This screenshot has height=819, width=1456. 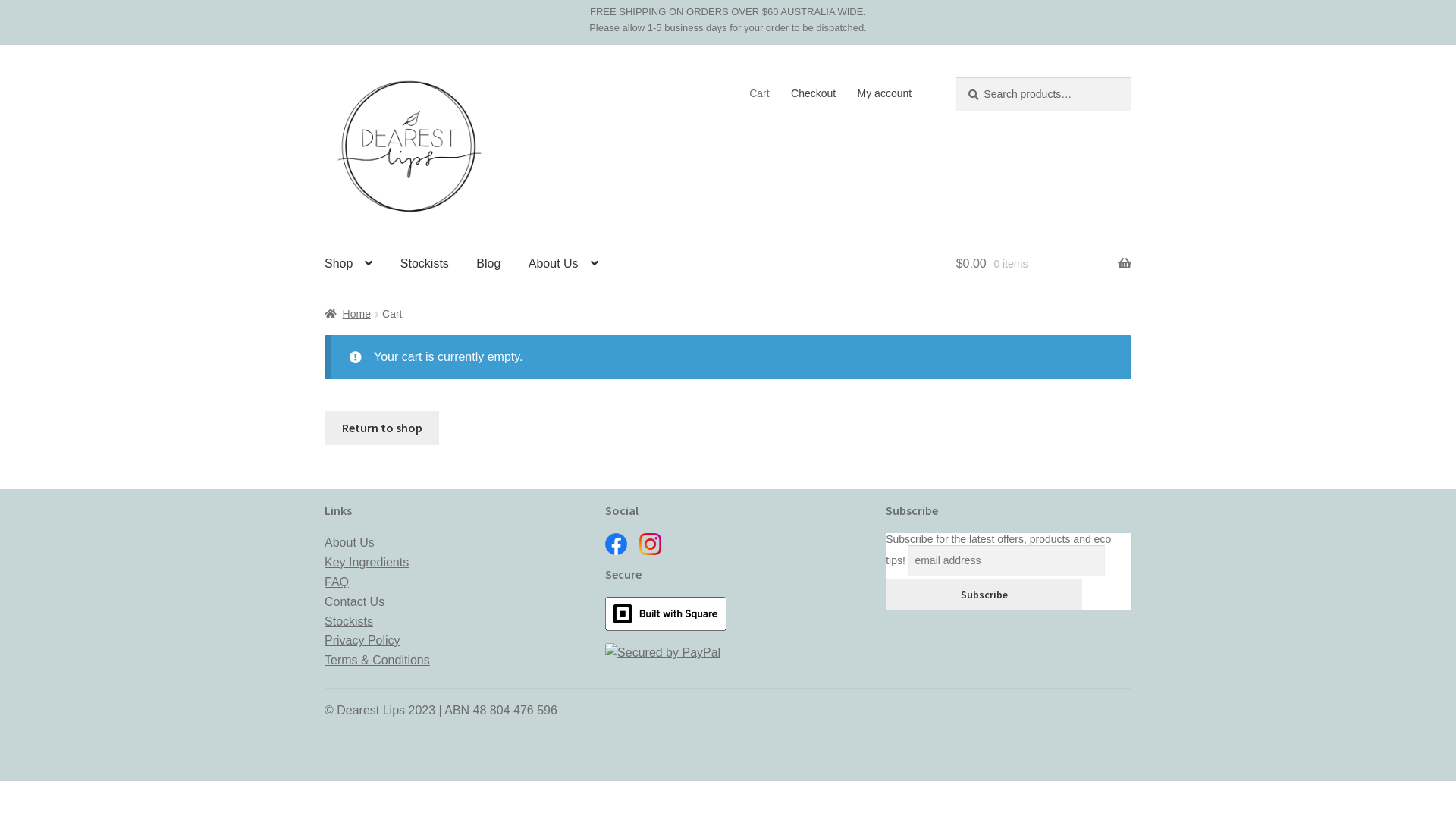 What do you see at coordinates (323, 601) in the screenshot?
I see `'Contact Us'` at bounding box center [323, 601].